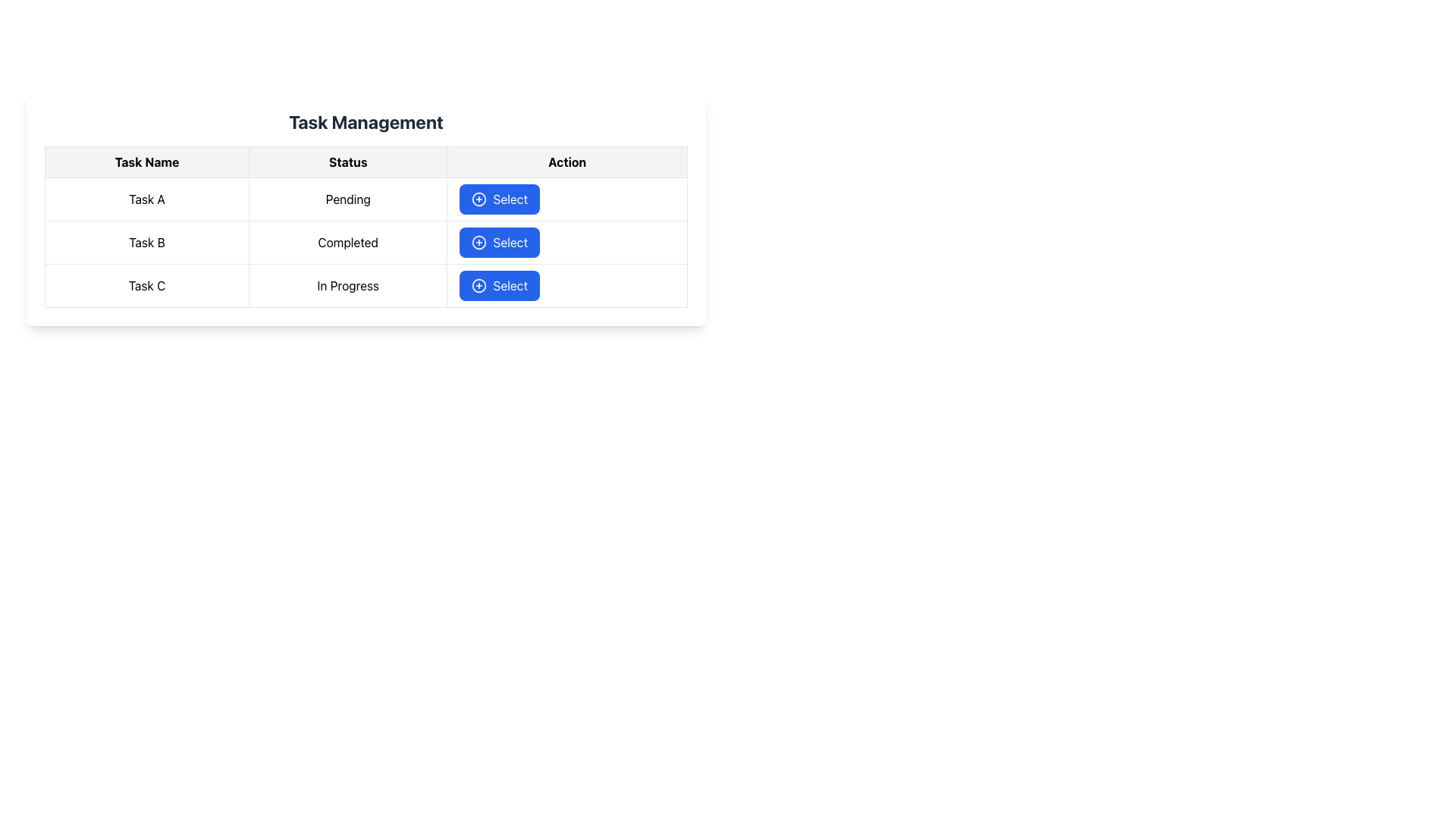 This screenshot has width=1456, height=819. I want to click on the SVG Circle Element located in the first row of the table under the 'Action' column, positioned to the left of the 'Select' button, so click(479, 198).